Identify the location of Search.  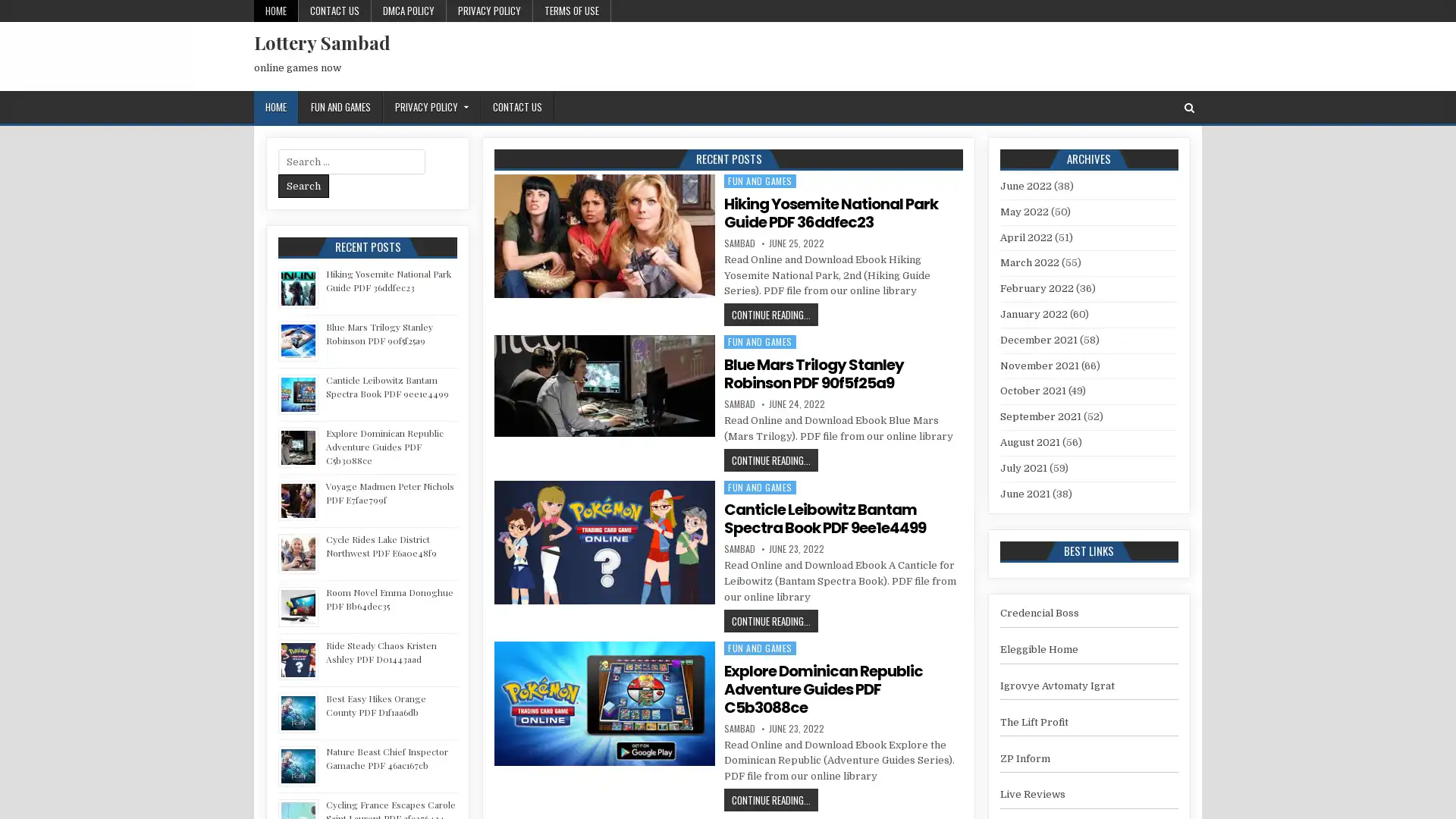
(303, 185).